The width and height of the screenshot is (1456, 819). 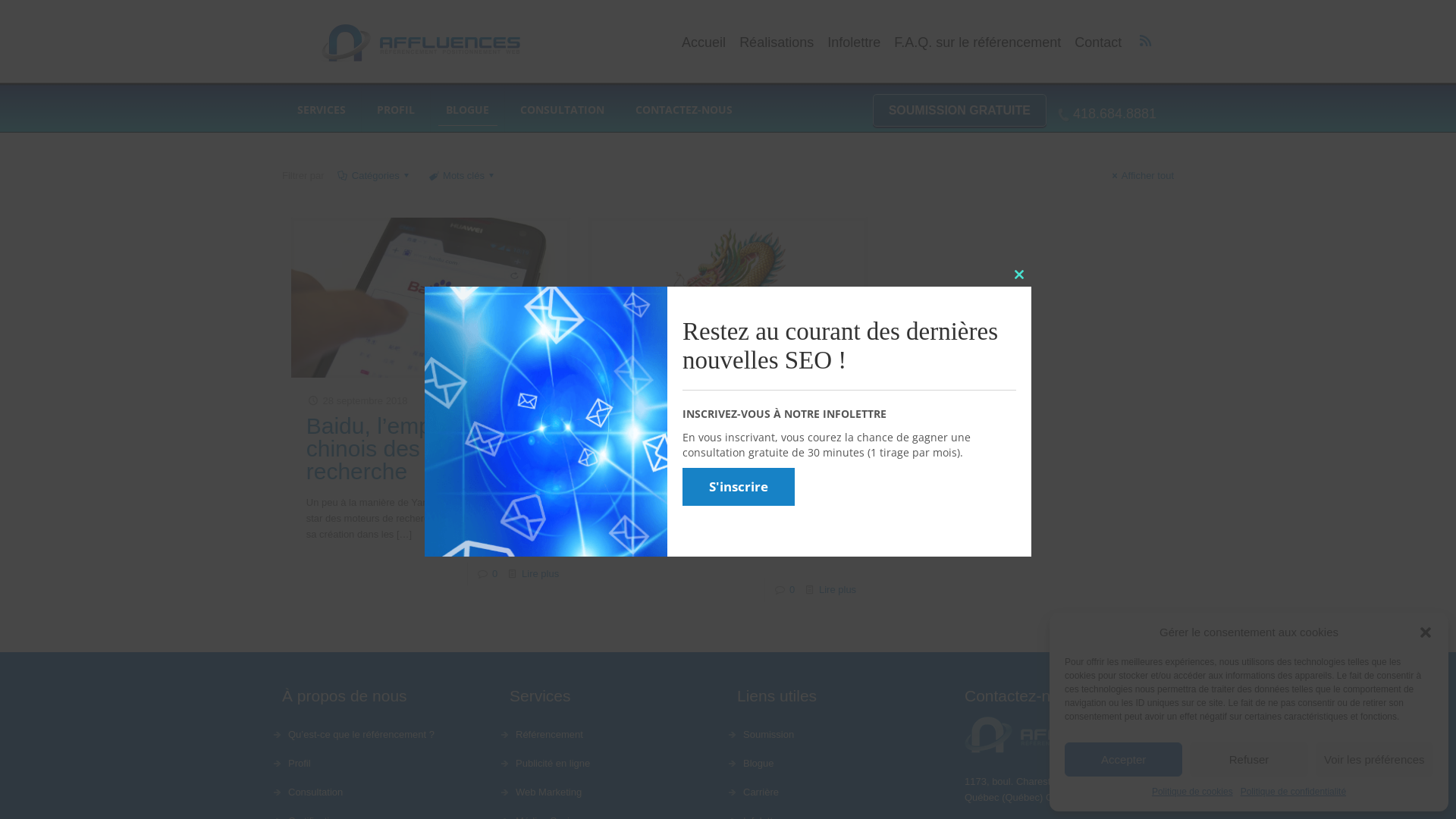 What do you see at coordinates (702, 42) in the screenshot?
I see `'Accueil'` at bounding box center [702, 42].